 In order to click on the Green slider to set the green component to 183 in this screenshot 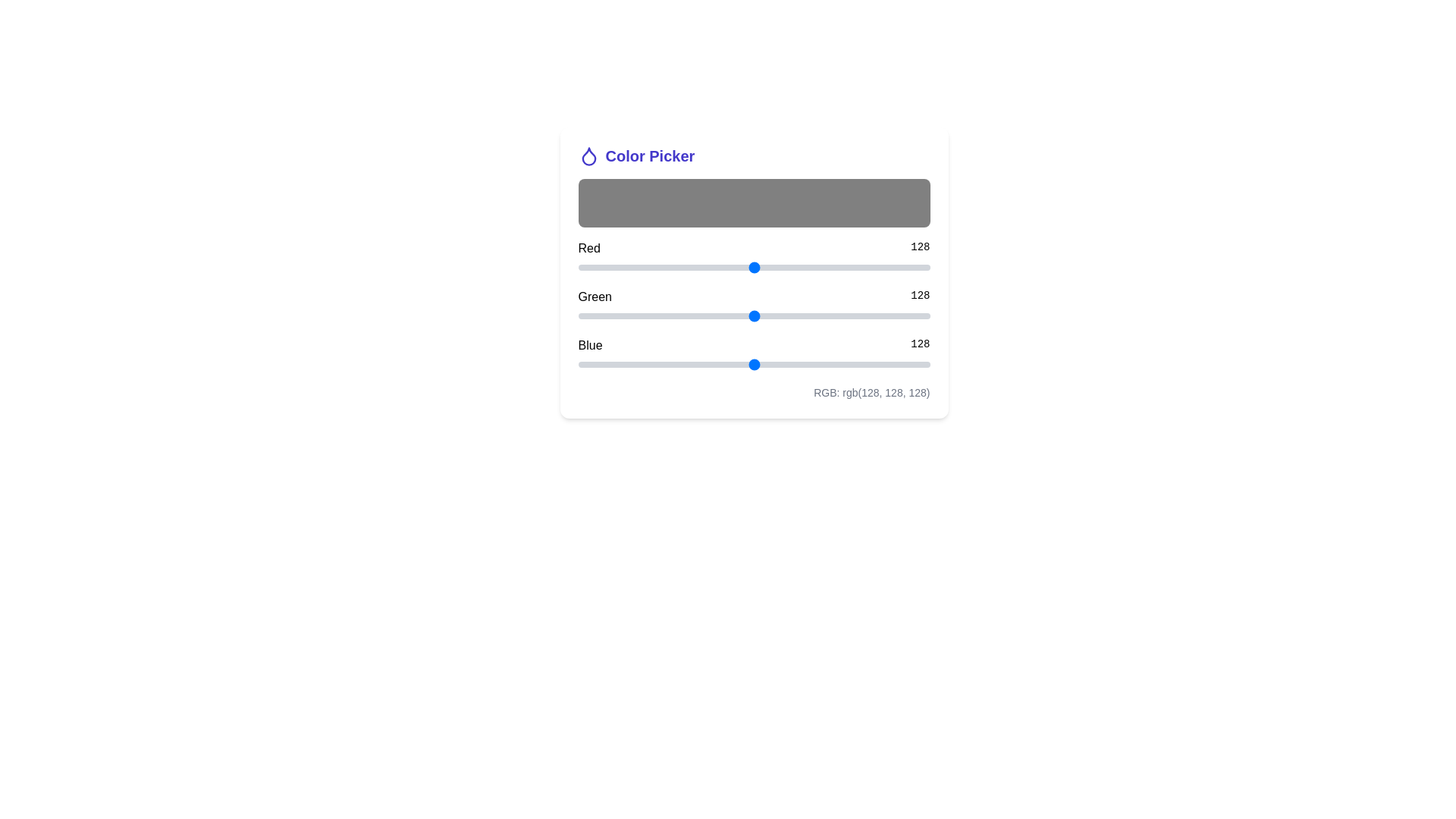, I will do `click(830, 315)`.